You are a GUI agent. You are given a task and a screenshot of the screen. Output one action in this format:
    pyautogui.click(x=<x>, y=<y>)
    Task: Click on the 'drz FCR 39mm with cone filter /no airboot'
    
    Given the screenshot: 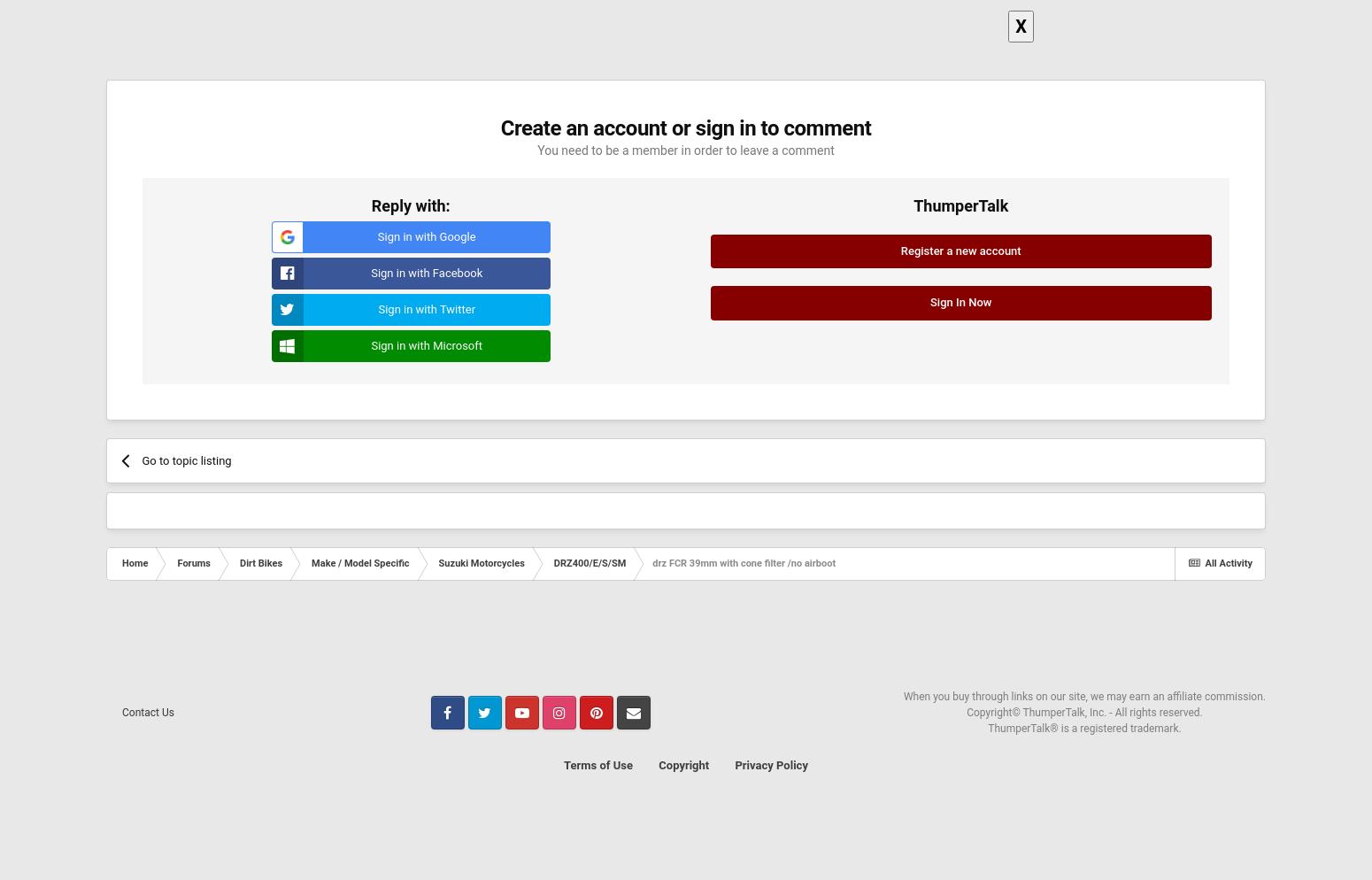 What is the action you would take?
    pyautogui.click(x=743, y=562)
    